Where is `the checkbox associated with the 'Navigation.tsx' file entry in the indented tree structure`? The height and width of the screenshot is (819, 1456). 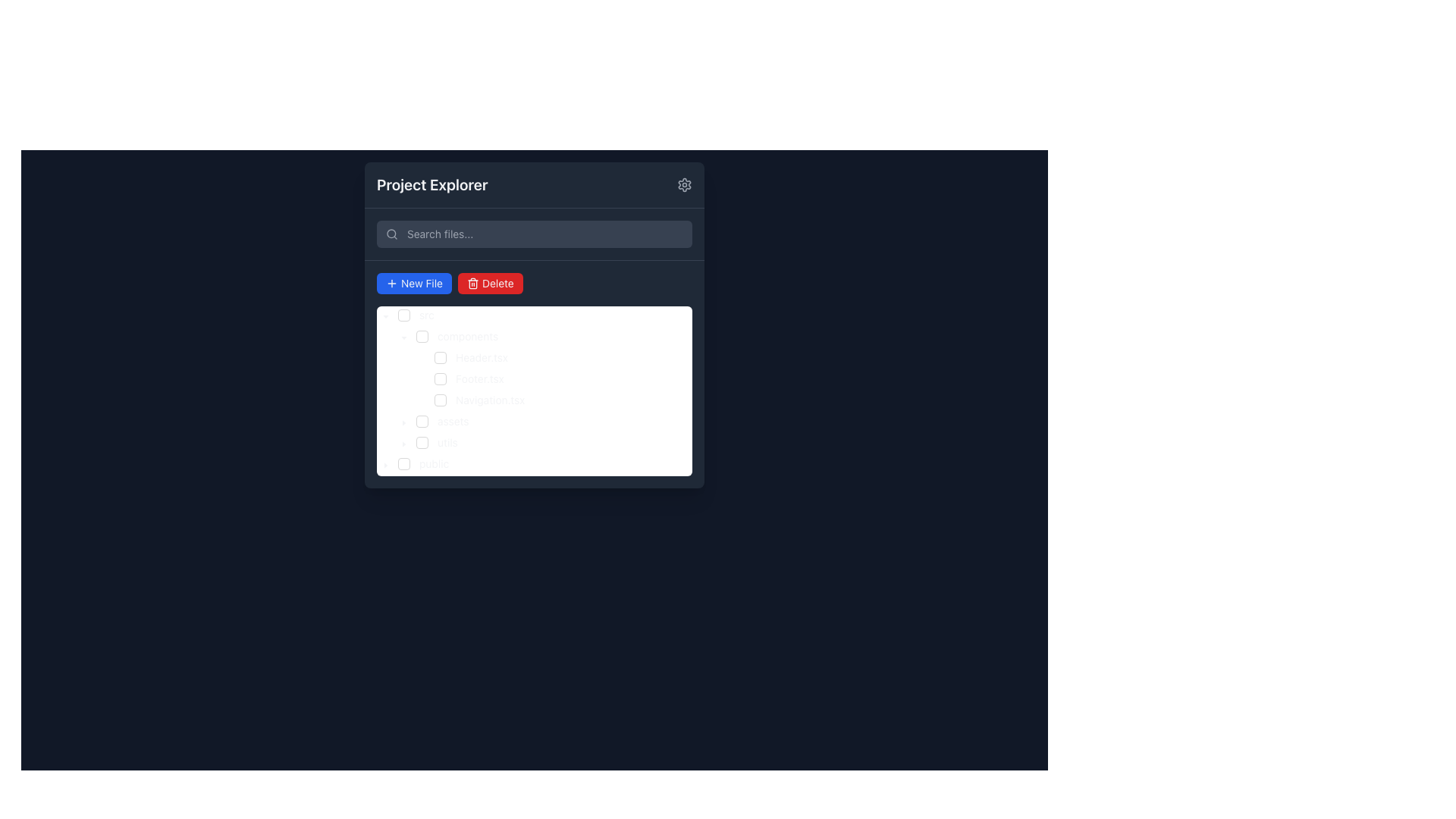
the checkbox associated with the 'Navigation.tsx' file entry in the indented tree structure is located at coordinates (439, 400).